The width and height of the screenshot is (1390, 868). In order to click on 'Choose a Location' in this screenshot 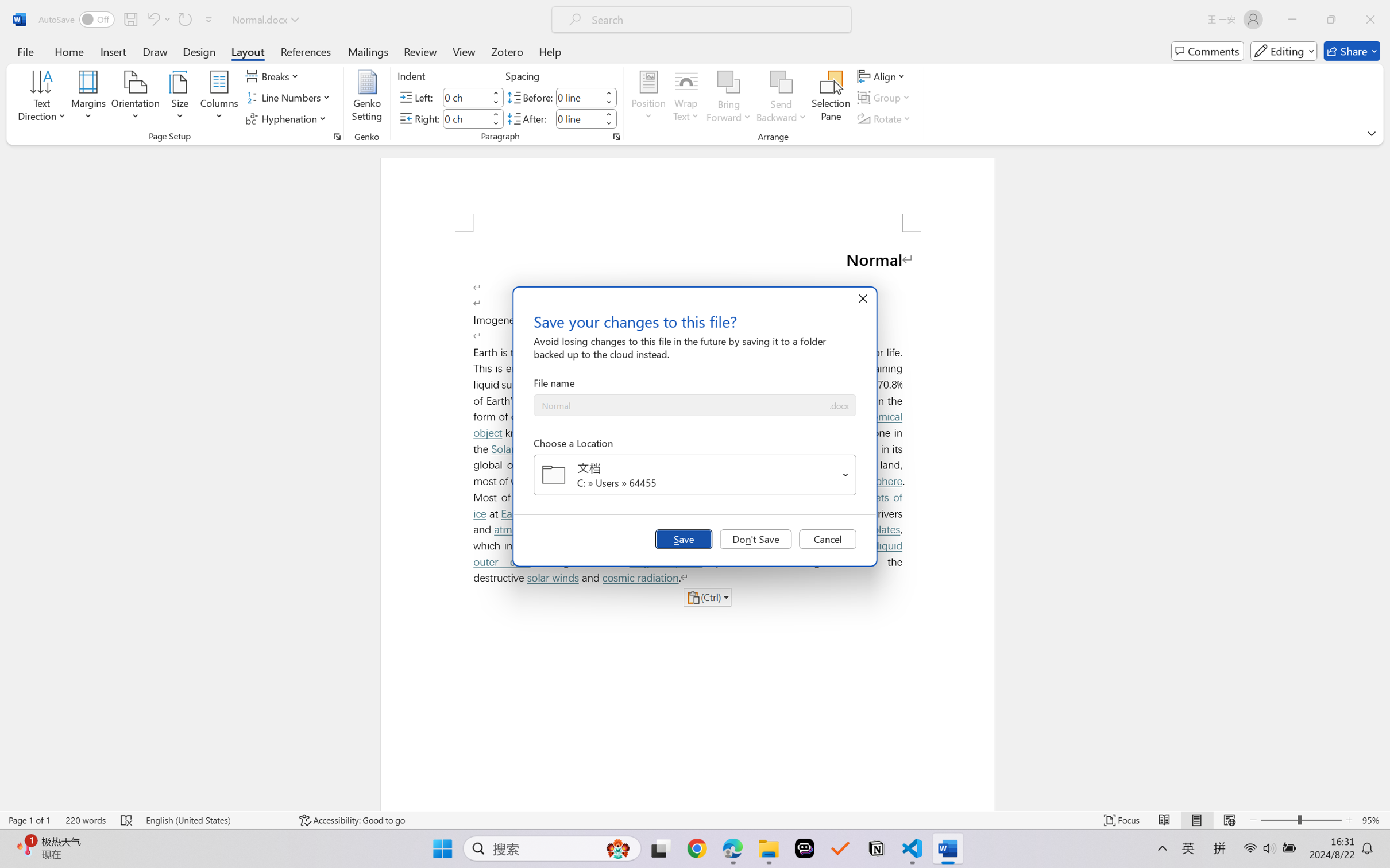, I will do `click(695, 475)`.